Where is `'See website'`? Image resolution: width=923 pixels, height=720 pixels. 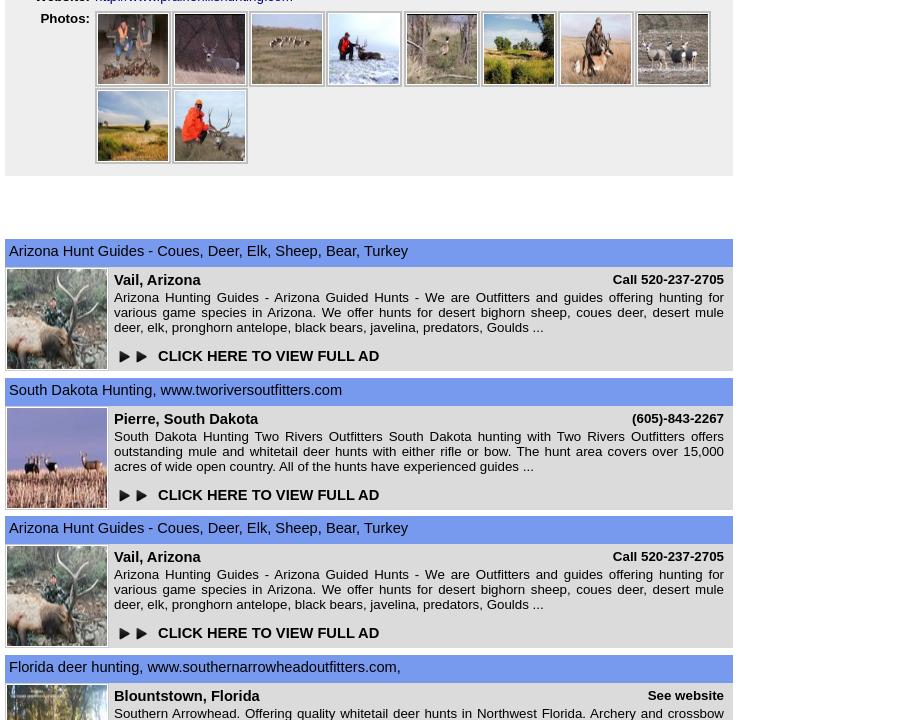 'See website' is located at coordinates (684, 693).